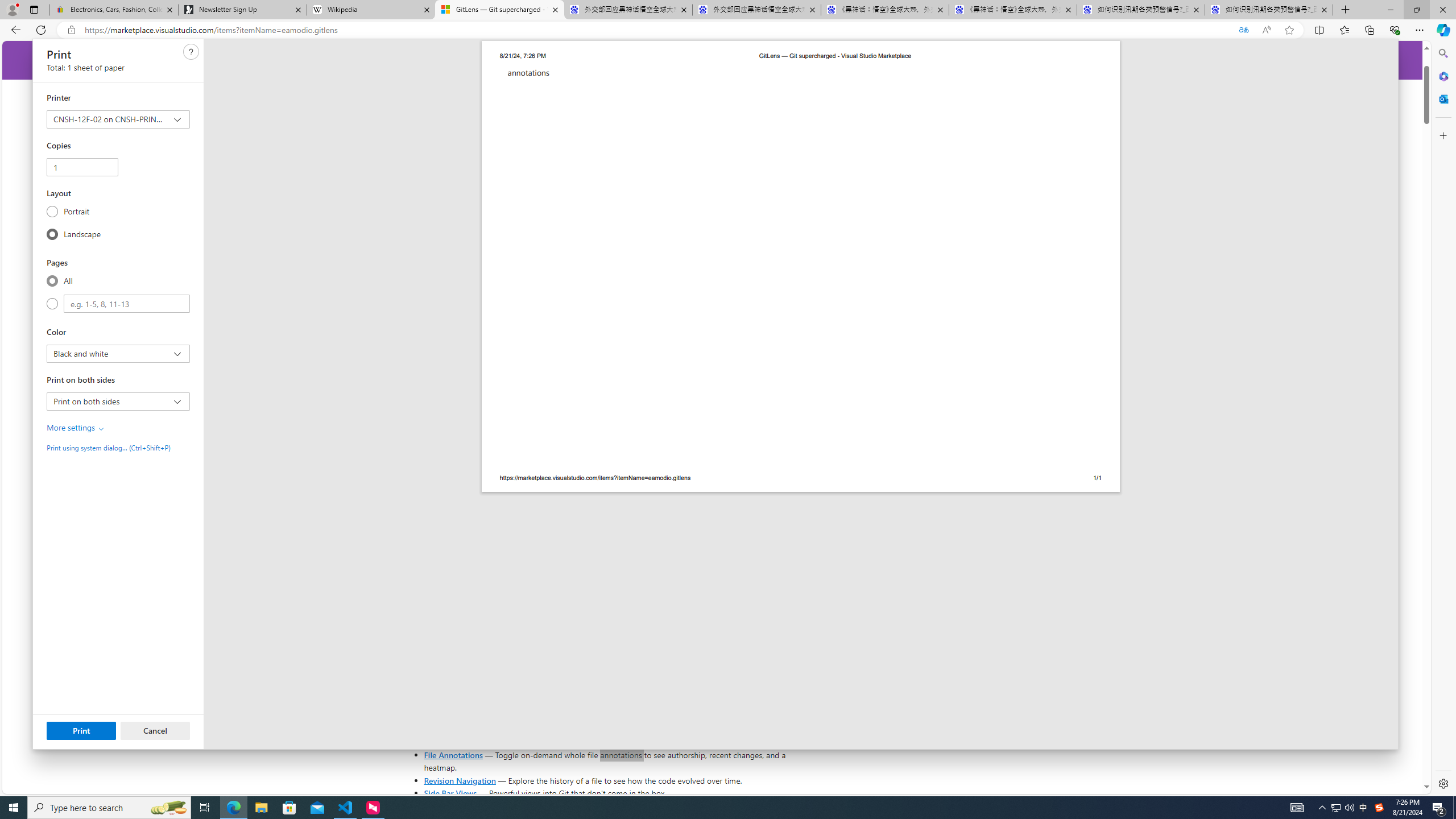  I want to click on 'Class: c0129', so click(190, 52).